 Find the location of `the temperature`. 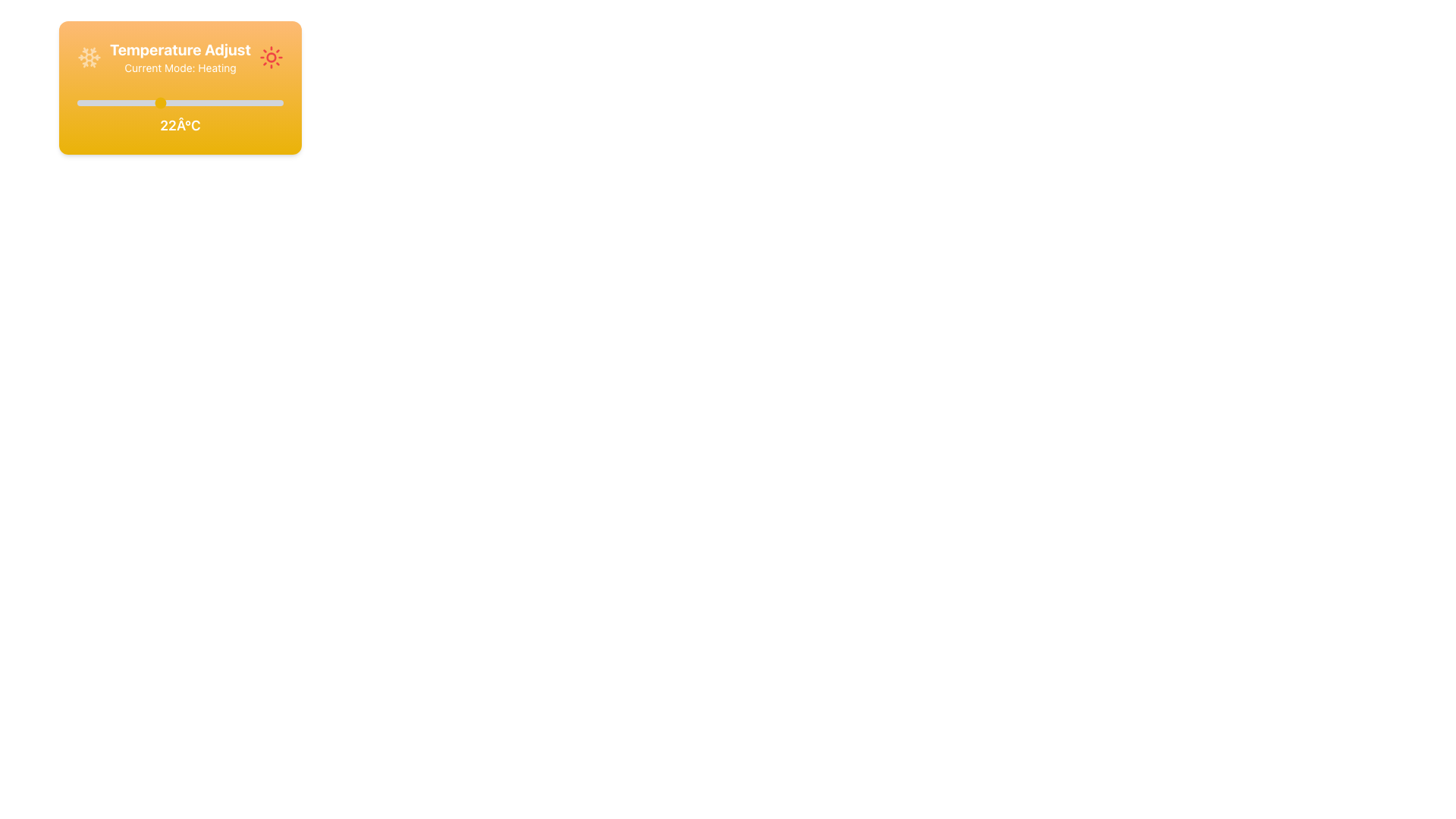

the temperature is located at coordinates (234, 102).